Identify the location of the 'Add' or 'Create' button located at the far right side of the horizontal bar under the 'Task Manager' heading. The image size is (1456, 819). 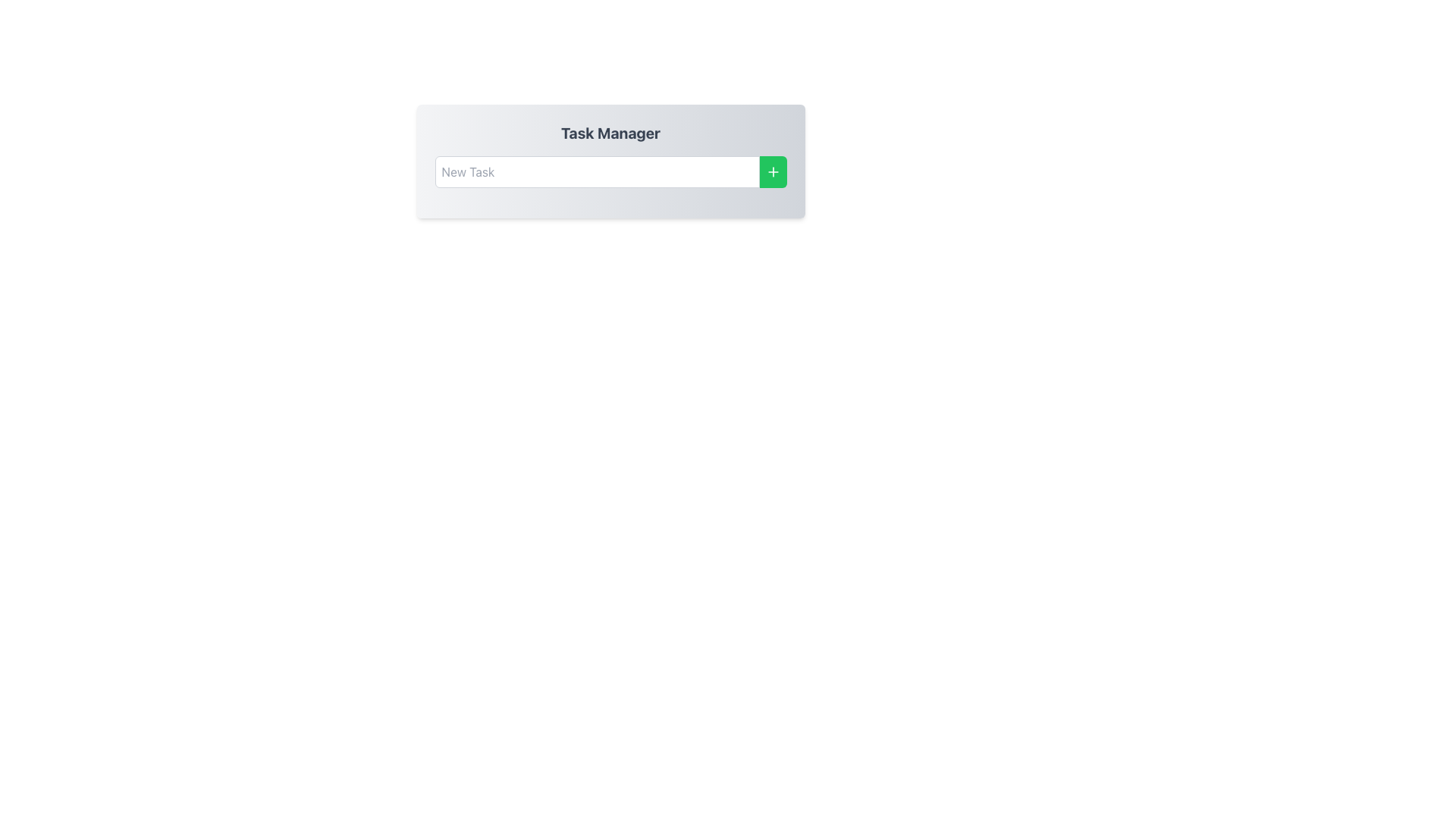
(773, 171).